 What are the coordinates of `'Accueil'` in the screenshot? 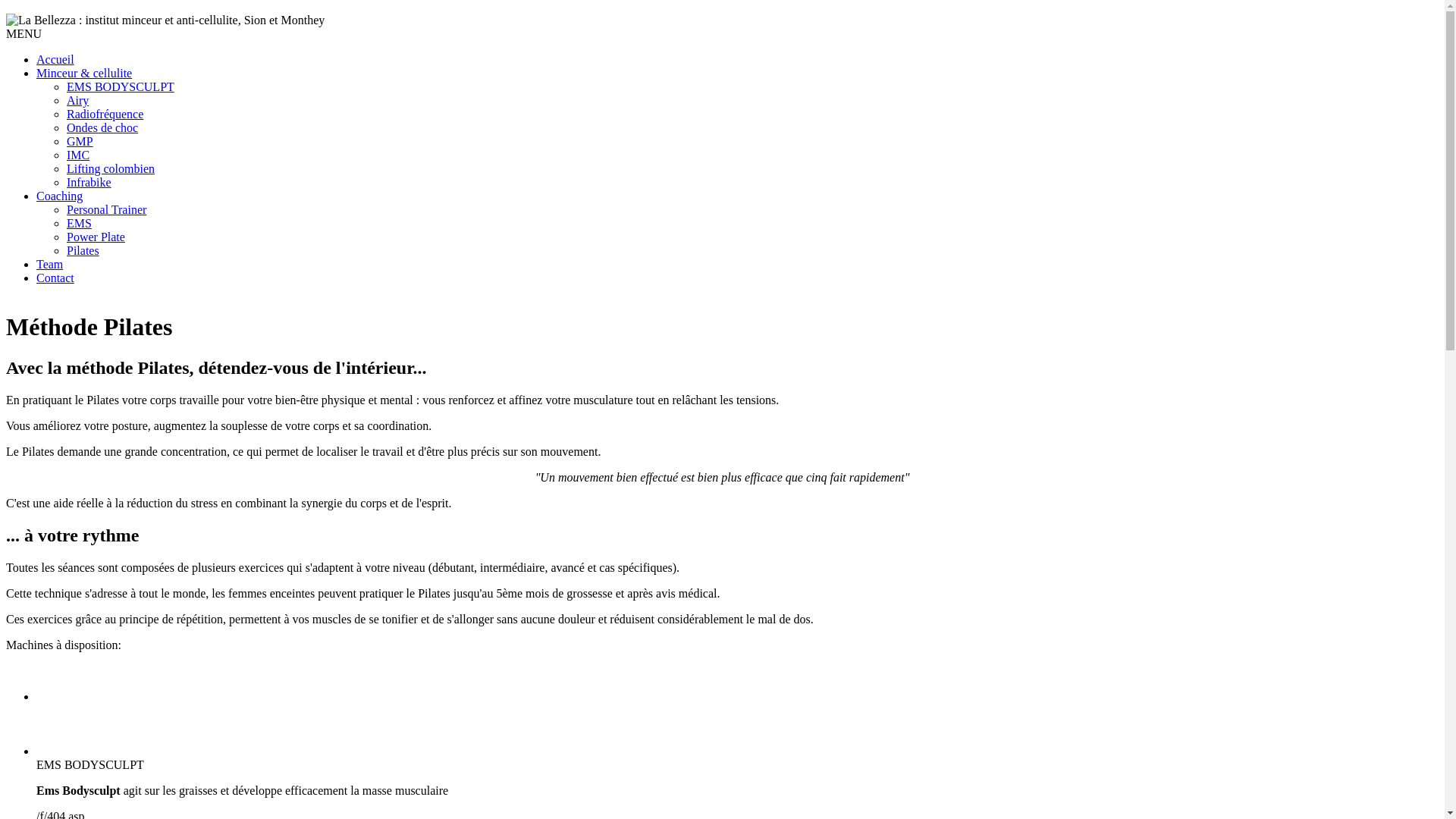 It's located at (55, 58).